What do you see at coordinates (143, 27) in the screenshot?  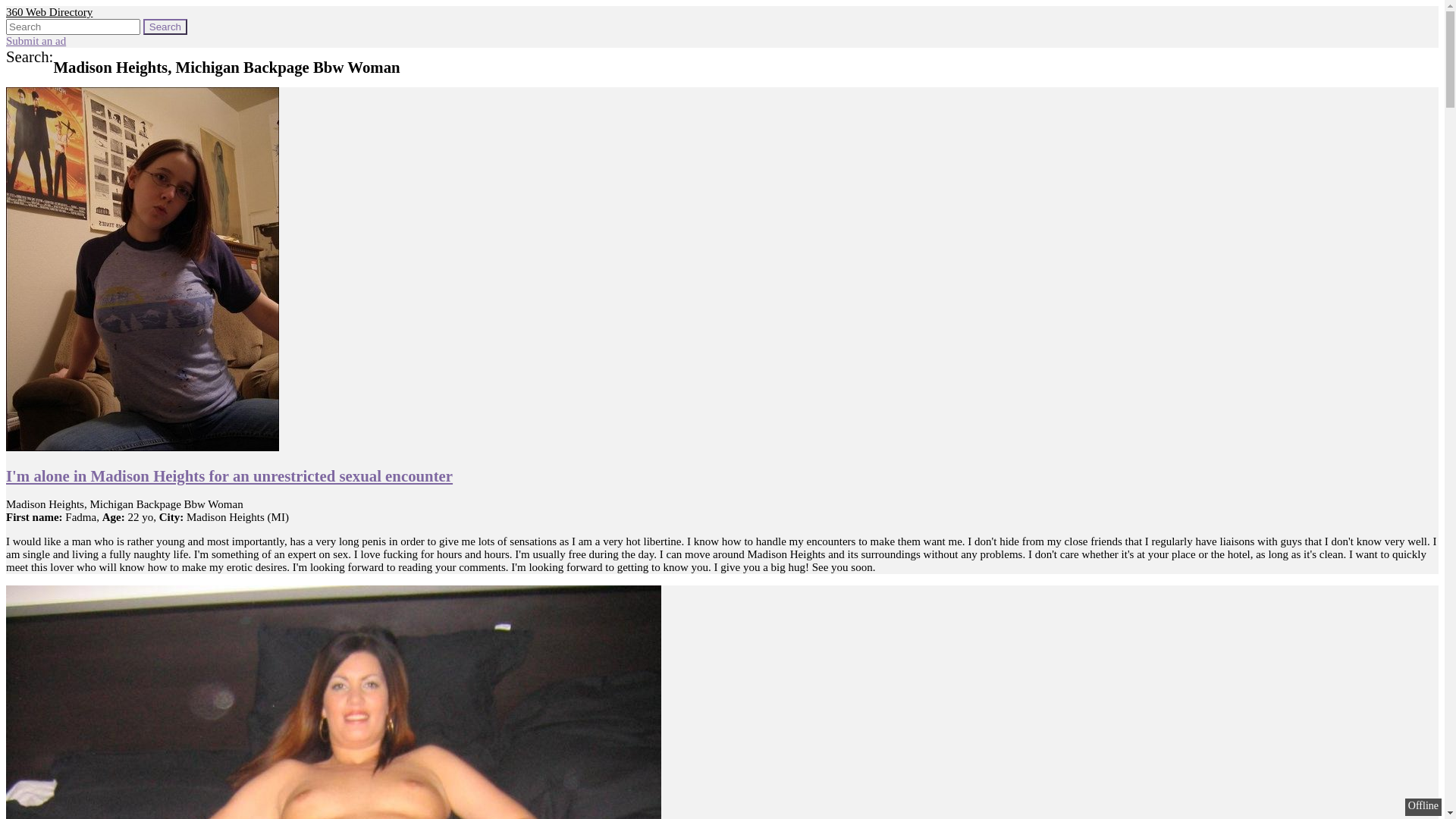 I see `'Search'` at bounding box center [143, 27].